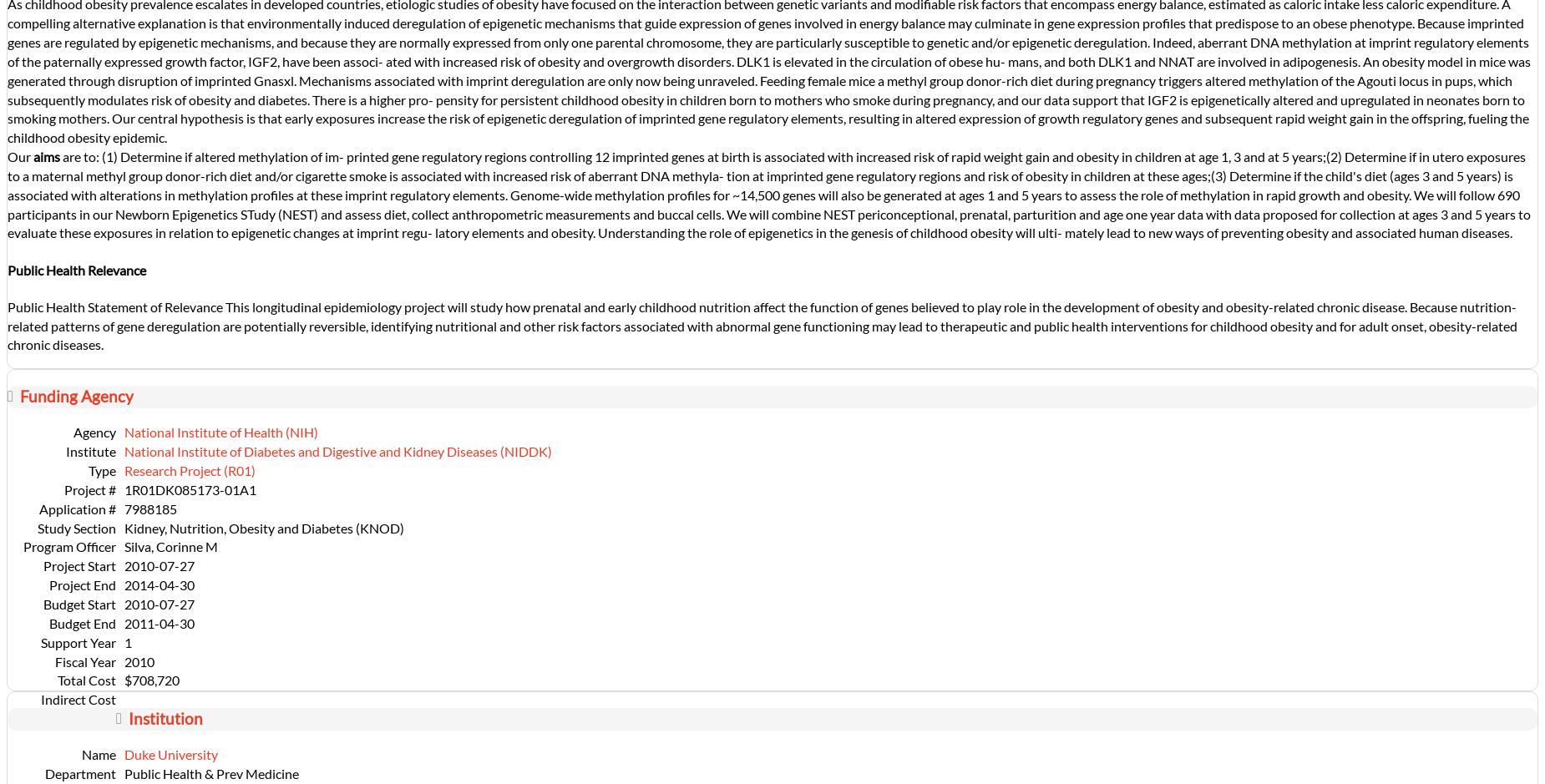  What do you see at coordinates (220, 432) in the screenshot?
I see `'National Institute of Health (NIH)'` at bounding box center [220, 432].